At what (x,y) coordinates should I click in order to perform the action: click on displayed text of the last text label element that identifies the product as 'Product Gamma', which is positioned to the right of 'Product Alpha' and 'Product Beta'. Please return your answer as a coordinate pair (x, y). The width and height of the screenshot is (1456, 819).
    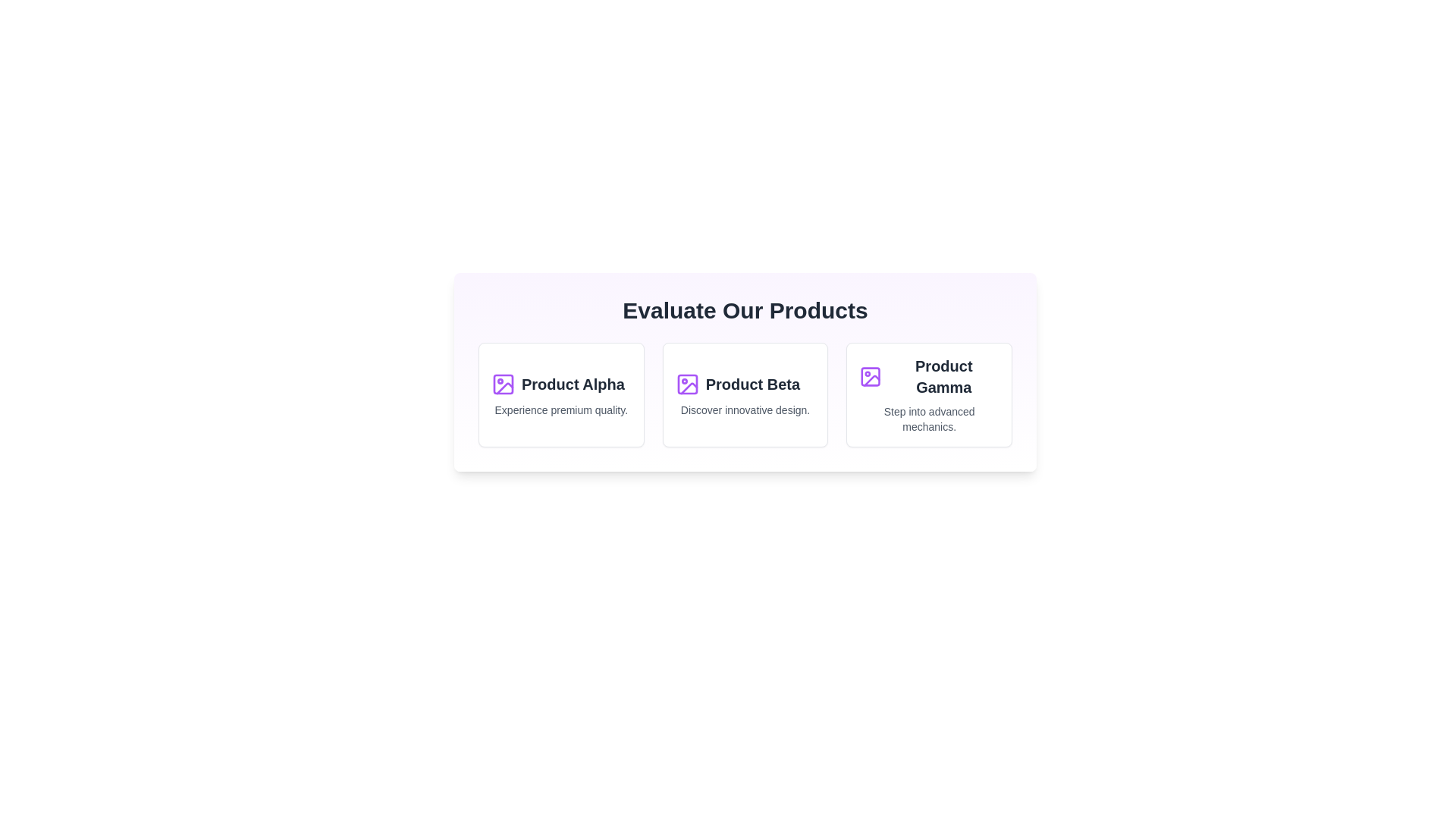
    Looking at the image, I should click on (943, 376).